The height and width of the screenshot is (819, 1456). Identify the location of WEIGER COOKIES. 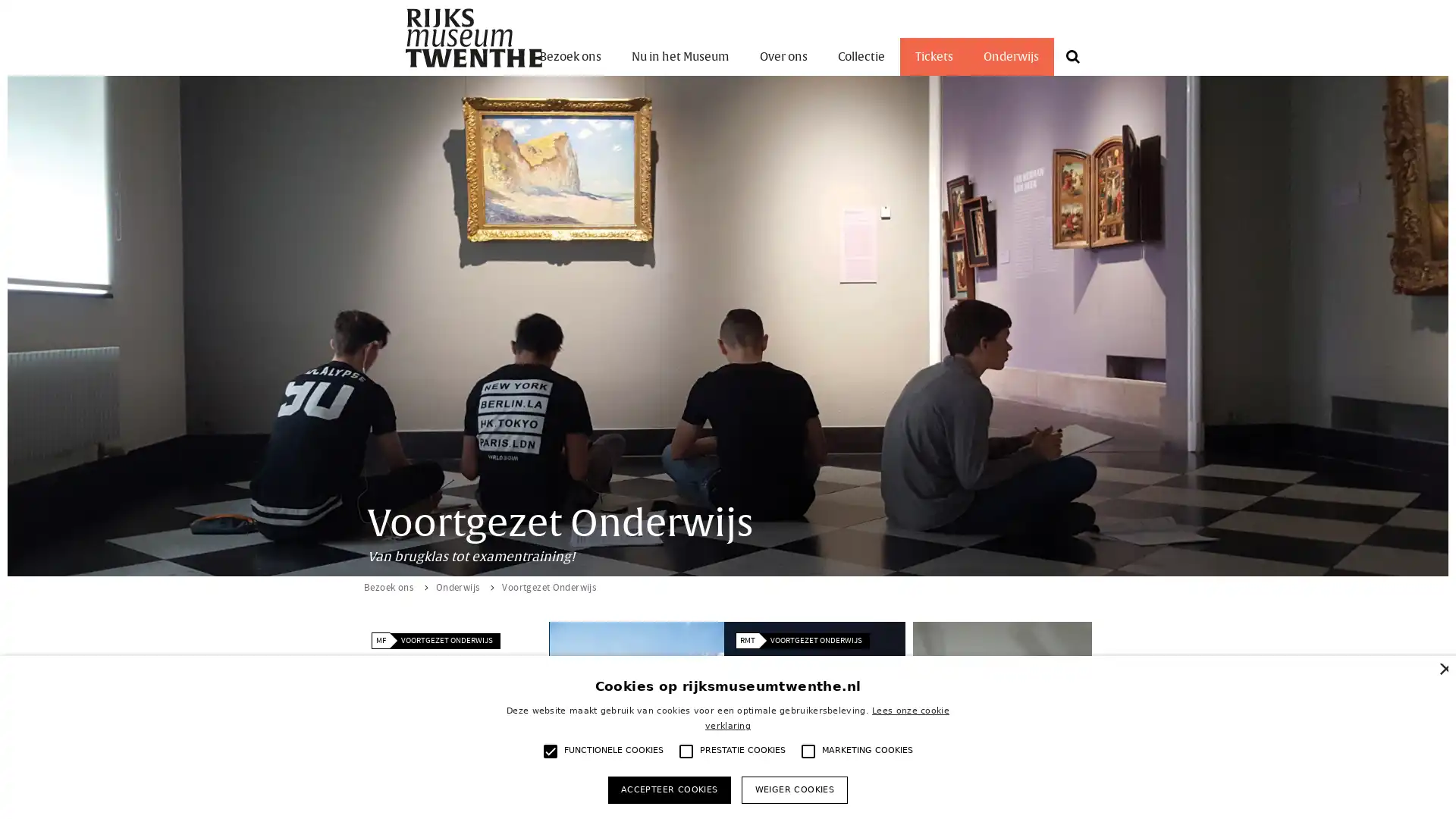
(793, 789).